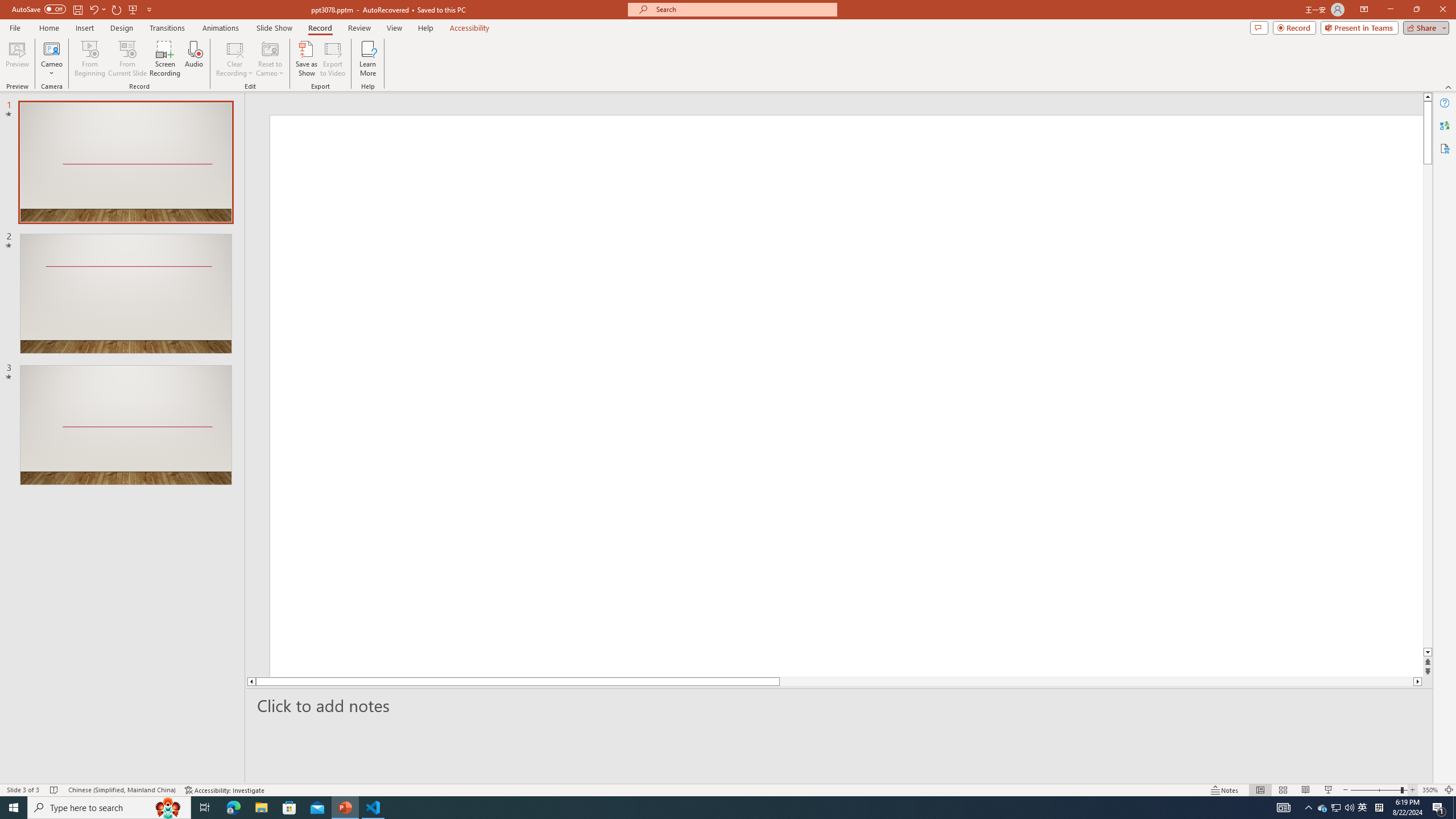 This screenshot has width=1456, height=819. I want to click on 'Audio', so click(193, 59).